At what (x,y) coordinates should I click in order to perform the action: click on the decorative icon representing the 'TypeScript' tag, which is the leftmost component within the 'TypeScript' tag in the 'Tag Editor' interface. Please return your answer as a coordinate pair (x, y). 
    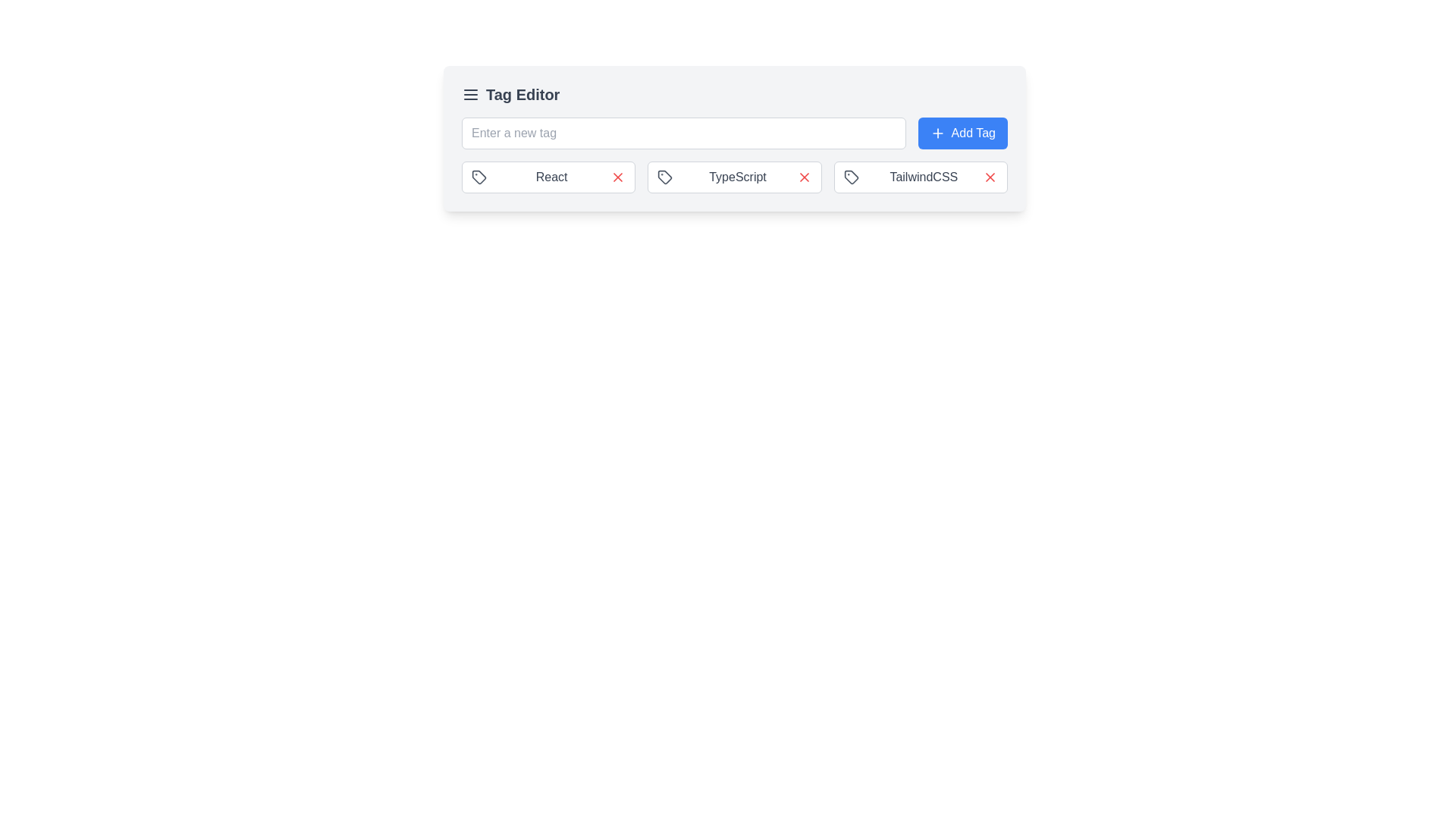
    Looking at the image, I should click on (665, 177).